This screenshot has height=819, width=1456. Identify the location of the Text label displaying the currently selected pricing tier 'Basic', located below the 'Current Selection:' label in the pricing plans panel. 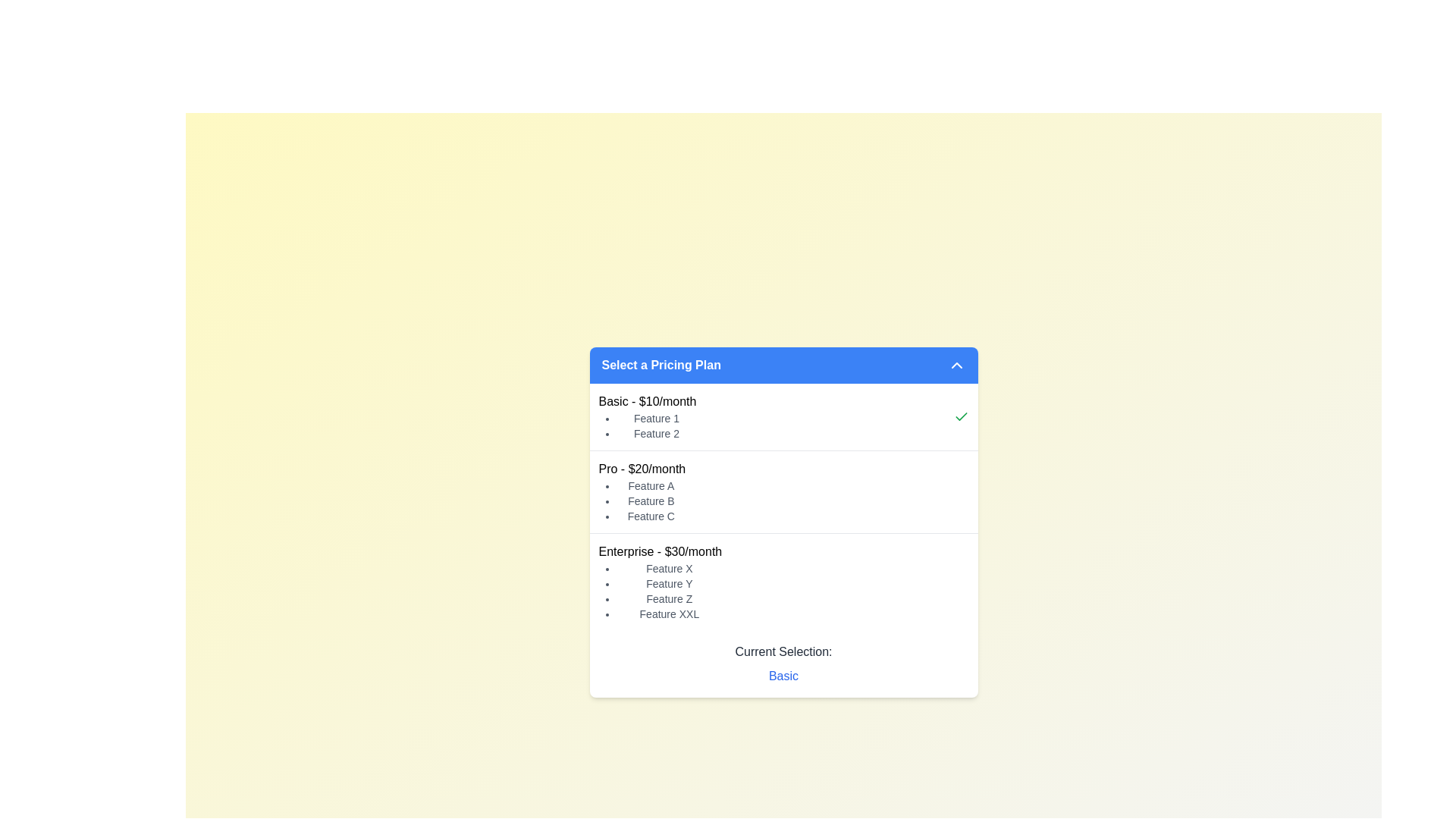
(783, 675).